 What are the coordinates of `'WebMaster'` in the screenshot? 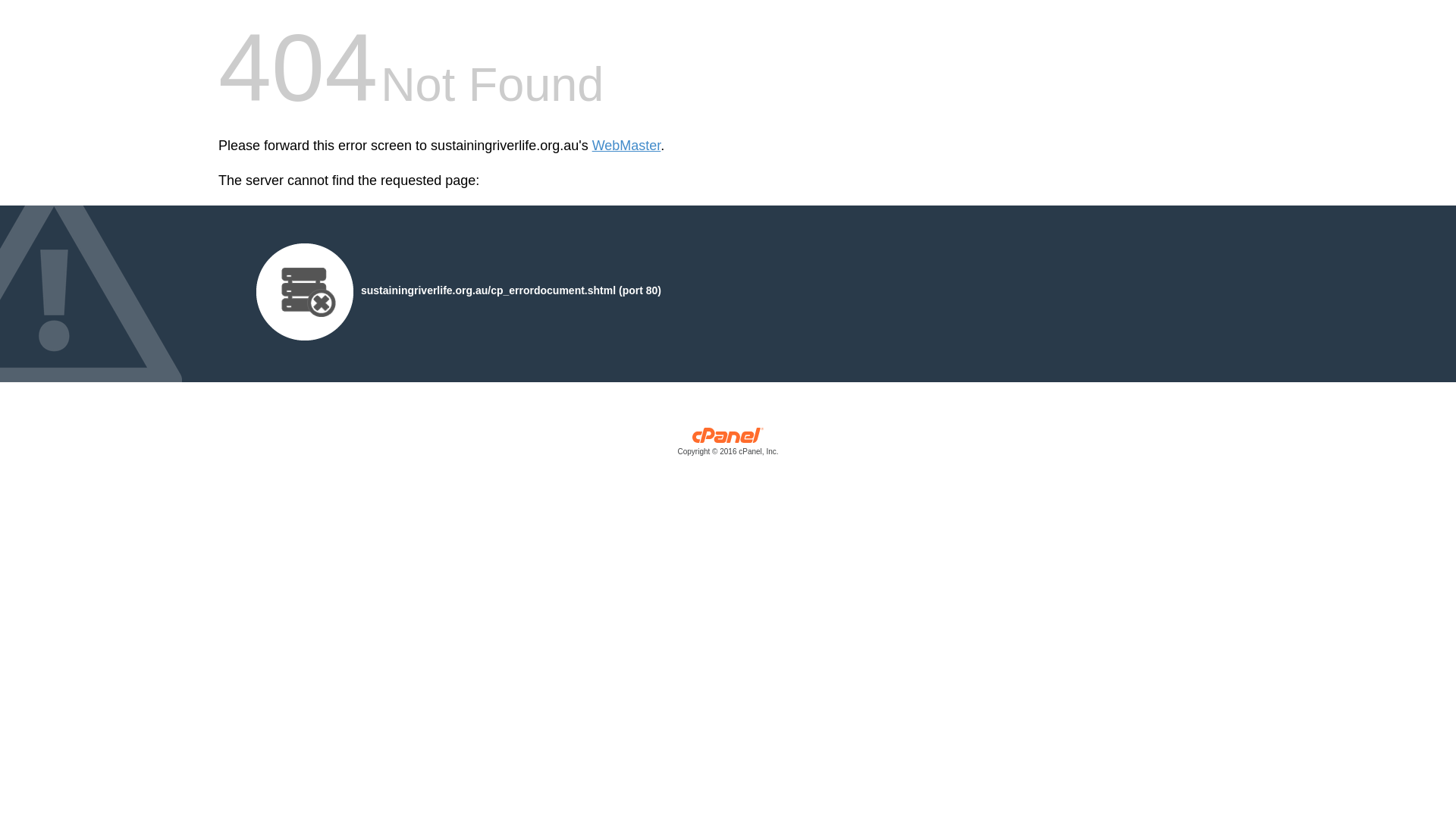 It's located at (626, 146).